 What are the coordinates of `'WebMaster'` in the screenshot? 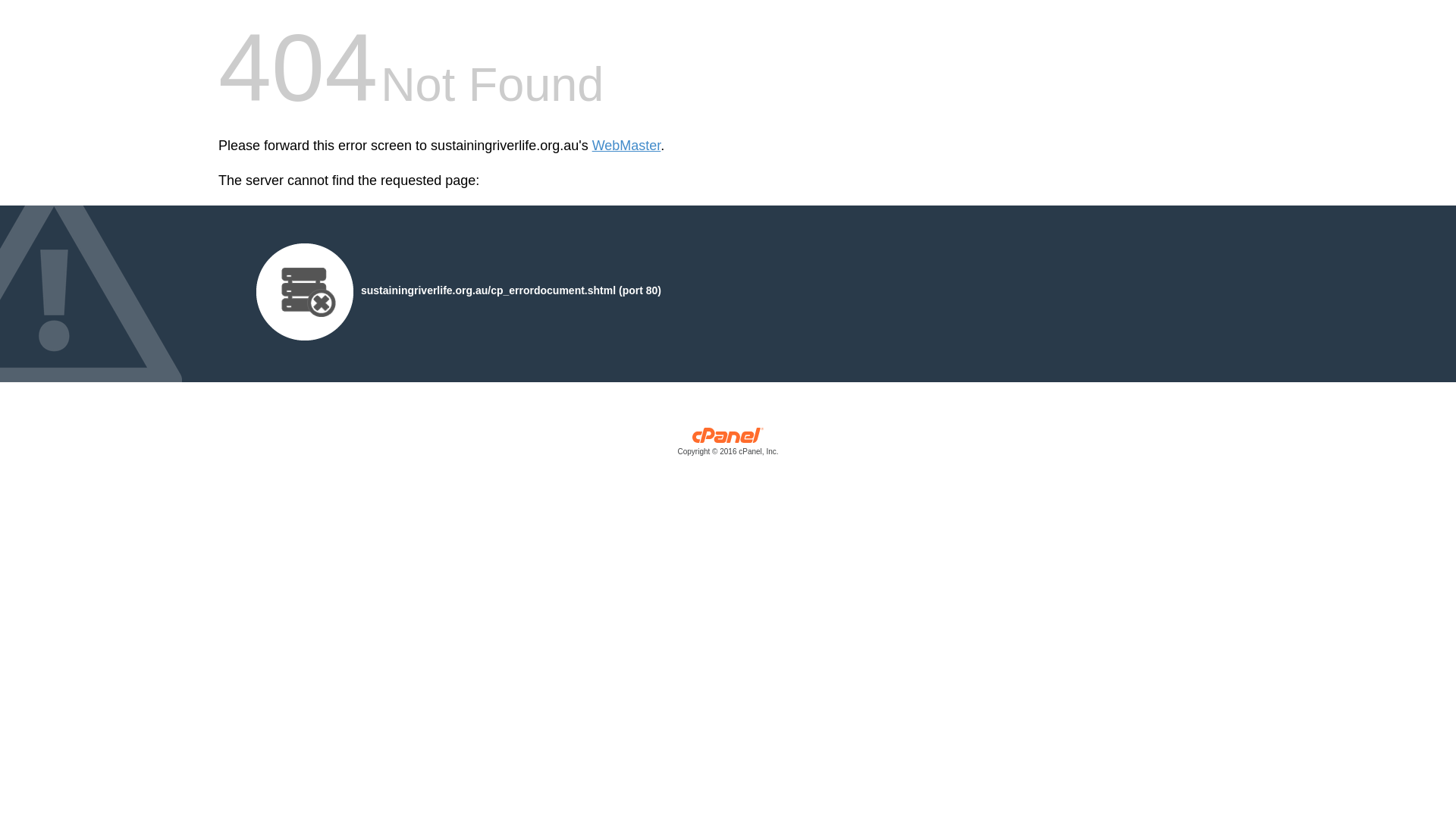 It's located at (626, 146).